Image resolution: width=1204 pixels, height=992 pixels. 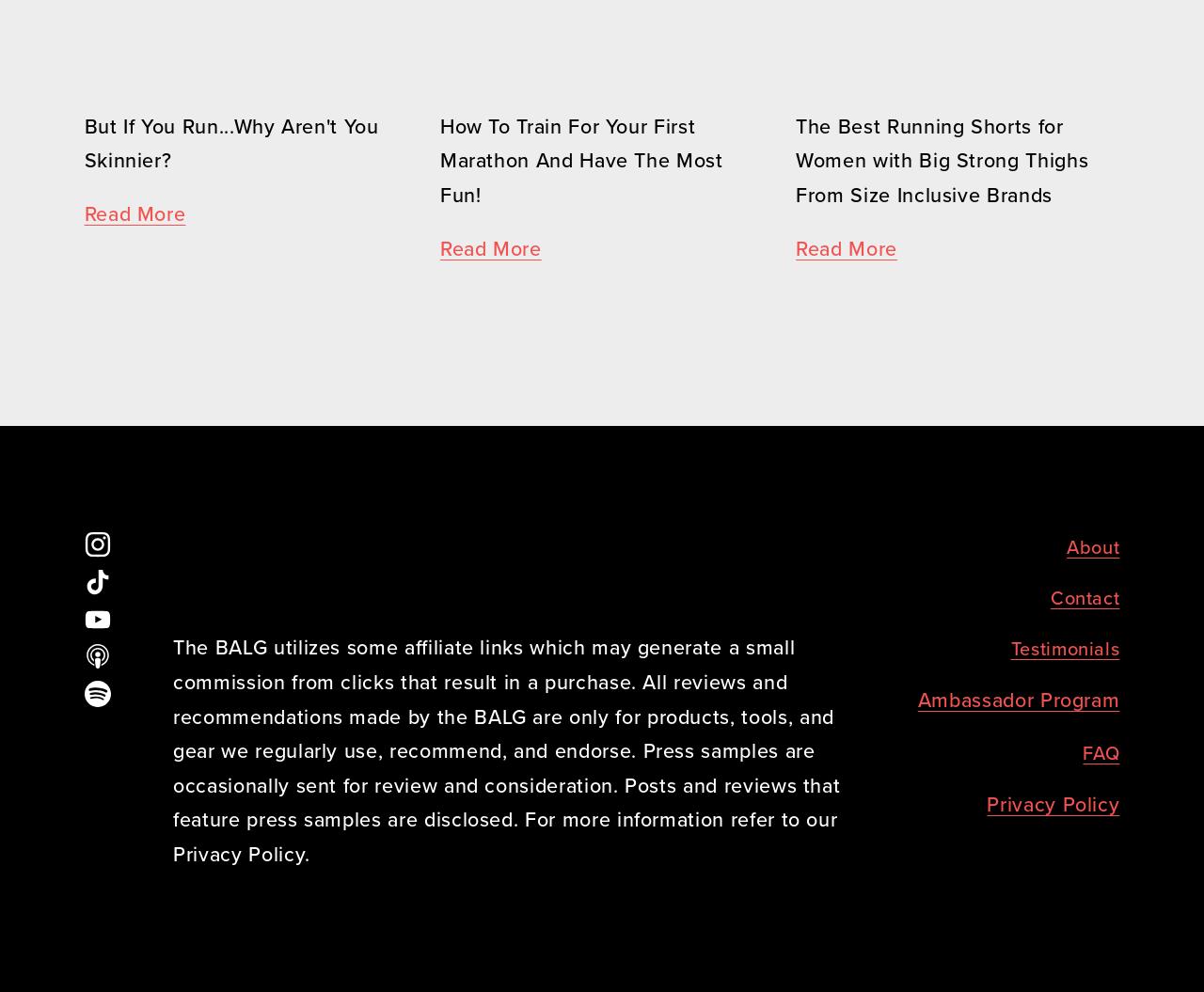 I want to click on 'But If You Run...Why Aren't You Skinnier?', so click(x=232, y=143).